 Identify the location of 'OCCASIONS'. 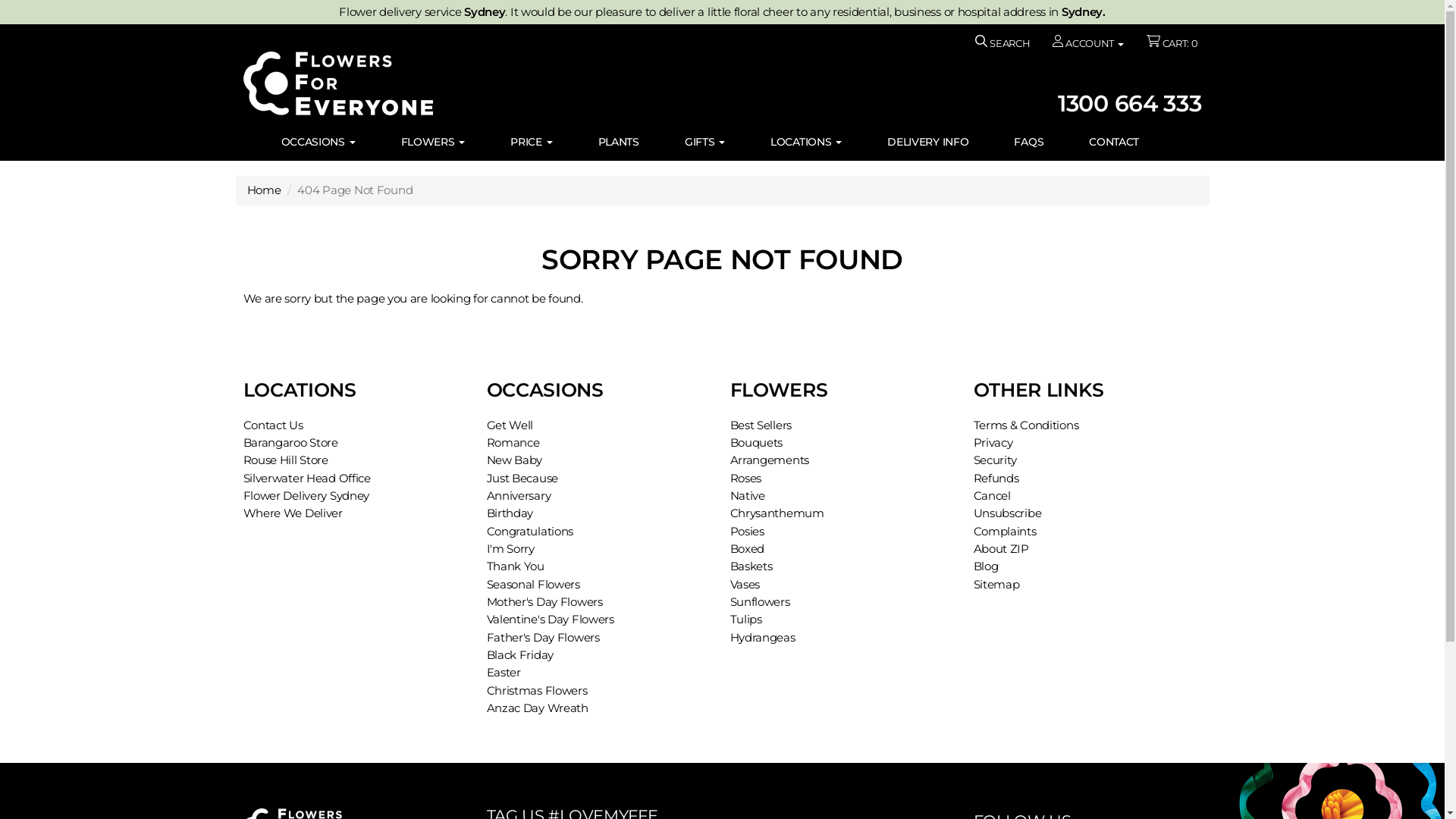
(316, 141).